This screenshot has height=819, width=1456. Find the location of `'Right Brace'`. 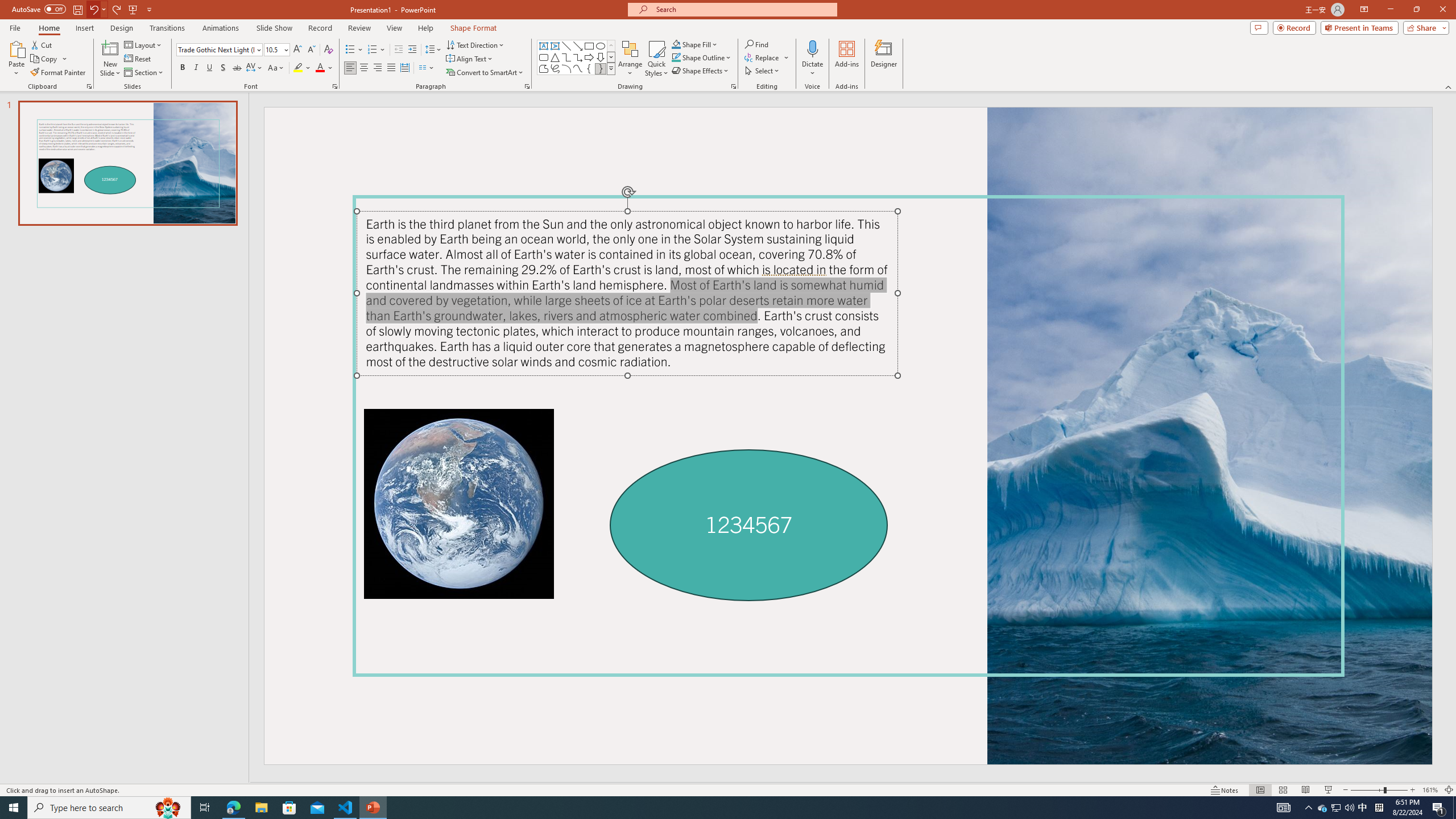

'Right Brace' is located at coordinates (600, 68).